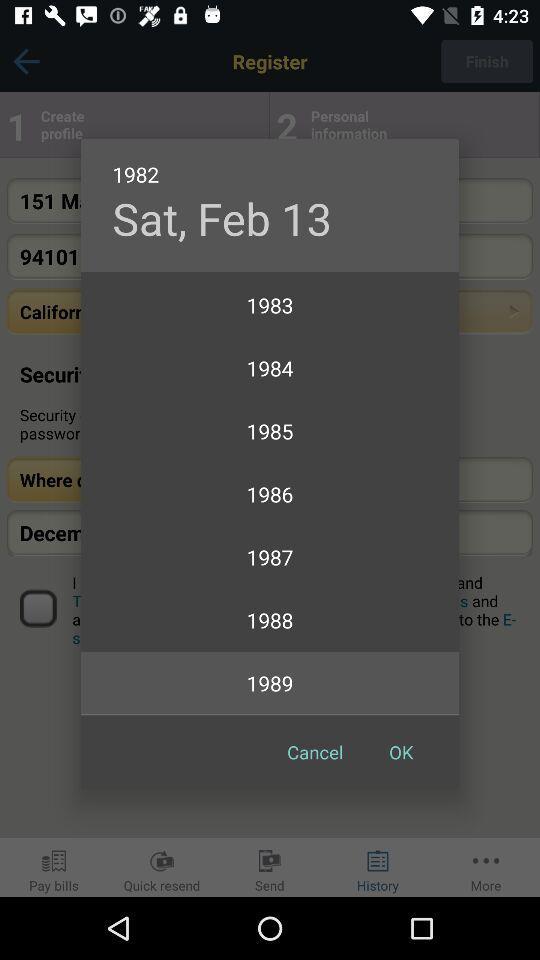 Image resolution: width=540 pixels, height=960 pixels. I want to click on app below 1982 icon, so click(221, 218).